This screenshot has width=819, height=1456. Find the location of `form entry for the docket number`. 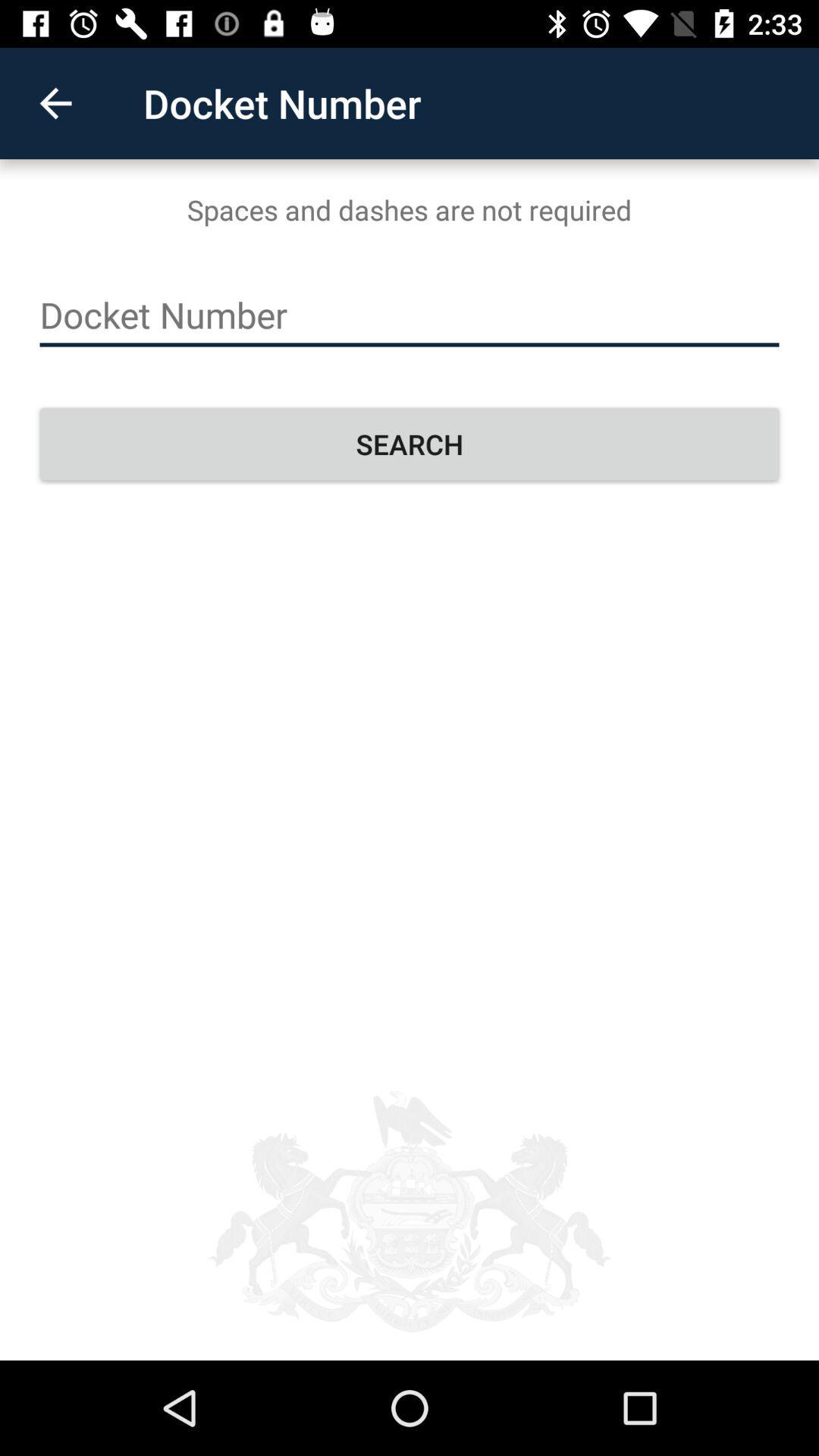

form entry for the docket number is located at coordinates (409, 315).